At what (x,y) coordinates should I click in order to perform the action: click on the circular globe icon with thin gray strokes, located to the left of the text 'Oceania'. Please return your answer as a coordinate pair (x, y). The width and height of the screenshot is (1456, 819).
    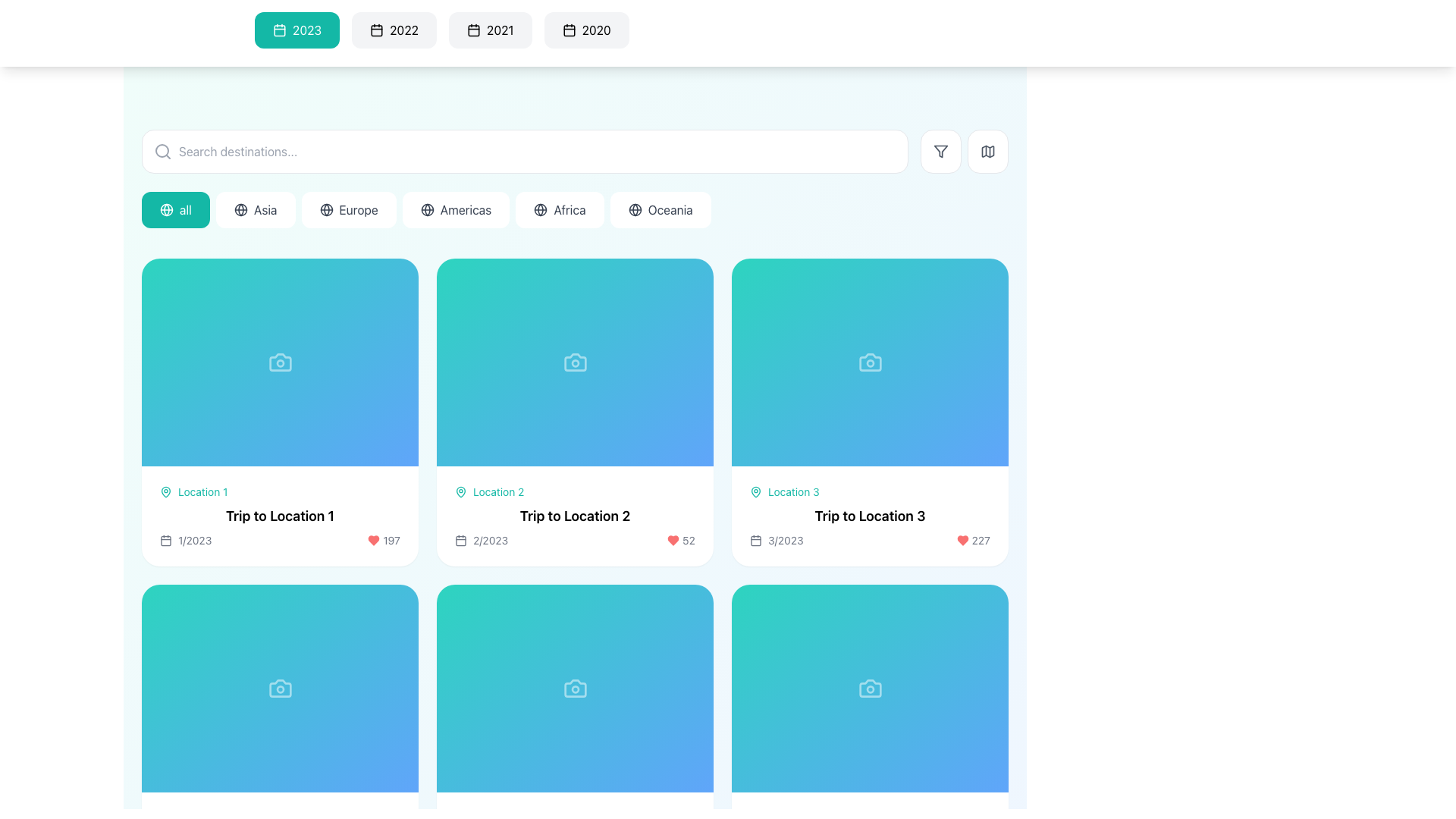
    Looking at the image, I should click on (635, 210).